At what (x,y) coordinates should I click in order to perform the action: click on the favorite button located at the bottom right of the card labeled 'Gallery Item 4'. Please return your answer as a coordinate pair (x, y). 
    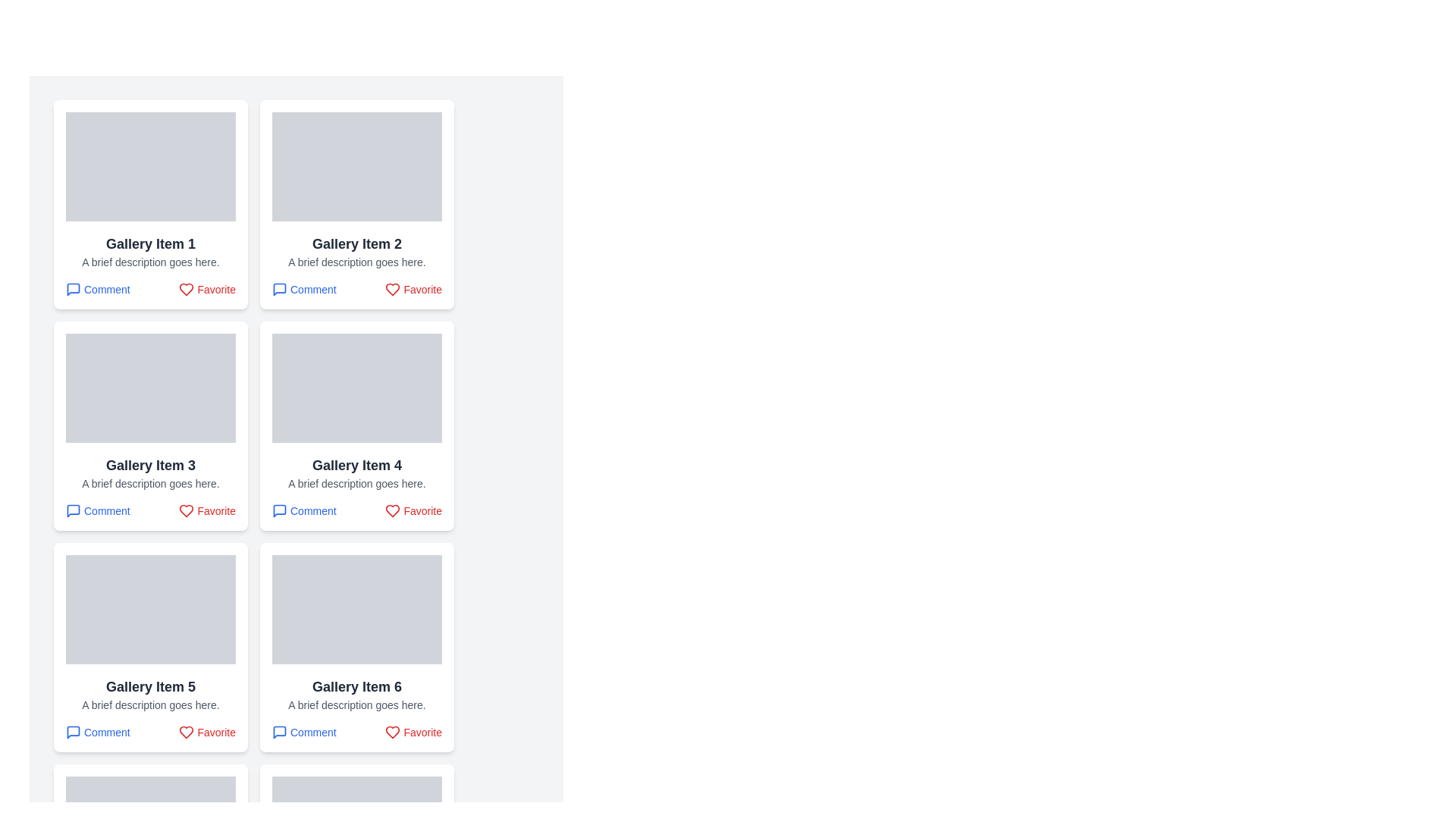
    Looking at the image, I should click on (413, 511).